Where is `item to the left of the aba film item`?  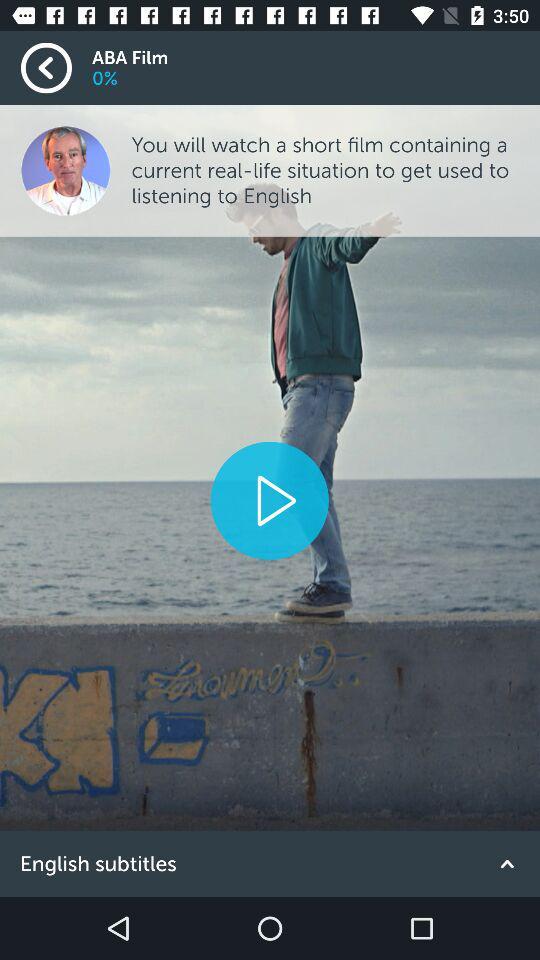
item to the left of the aba film item is located at coordinates (56, 68).